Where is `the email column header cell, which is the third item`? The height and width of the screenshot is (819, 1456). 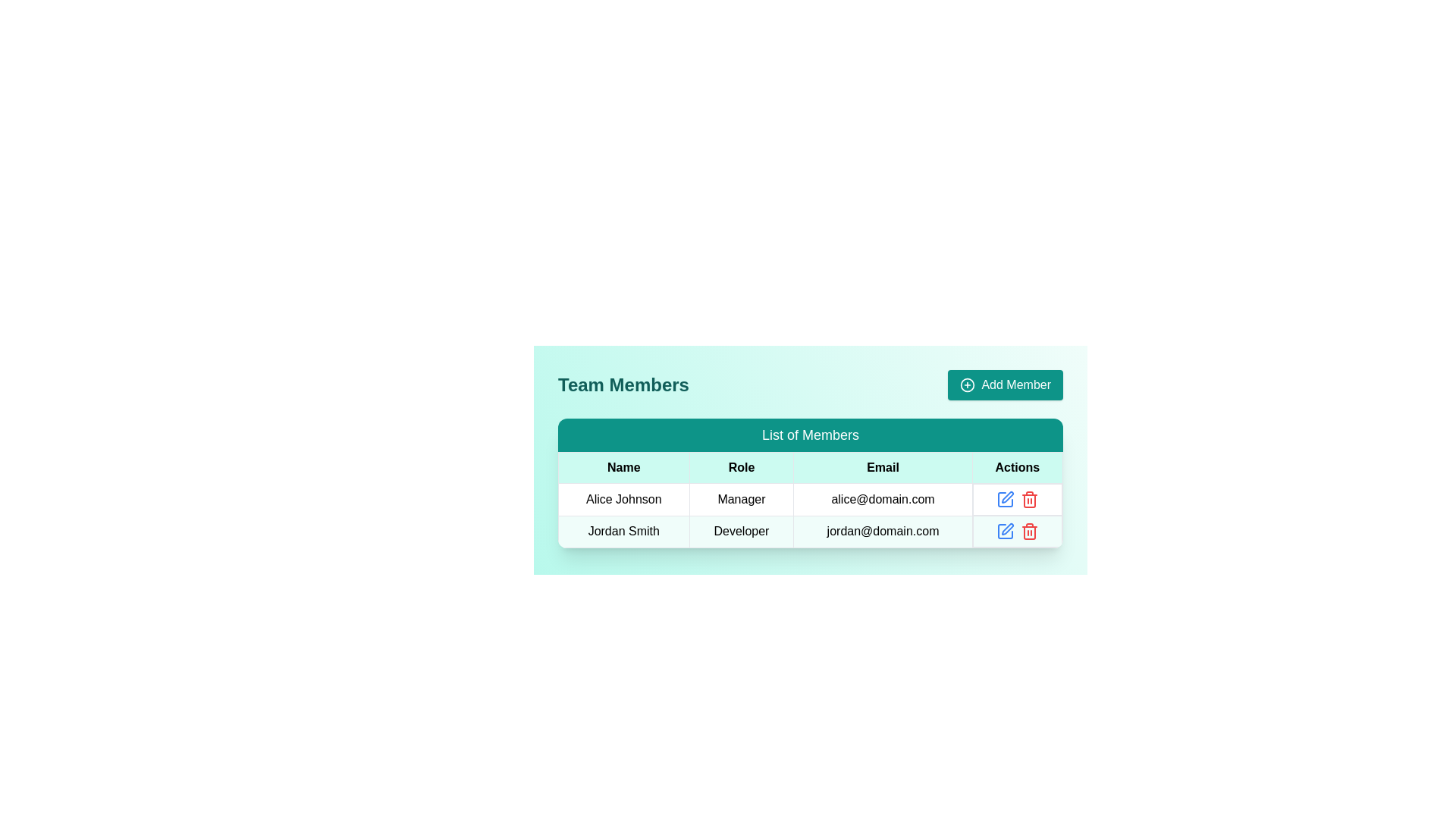
the email column header cell, which is the third item is located at coordinates (883, 467).